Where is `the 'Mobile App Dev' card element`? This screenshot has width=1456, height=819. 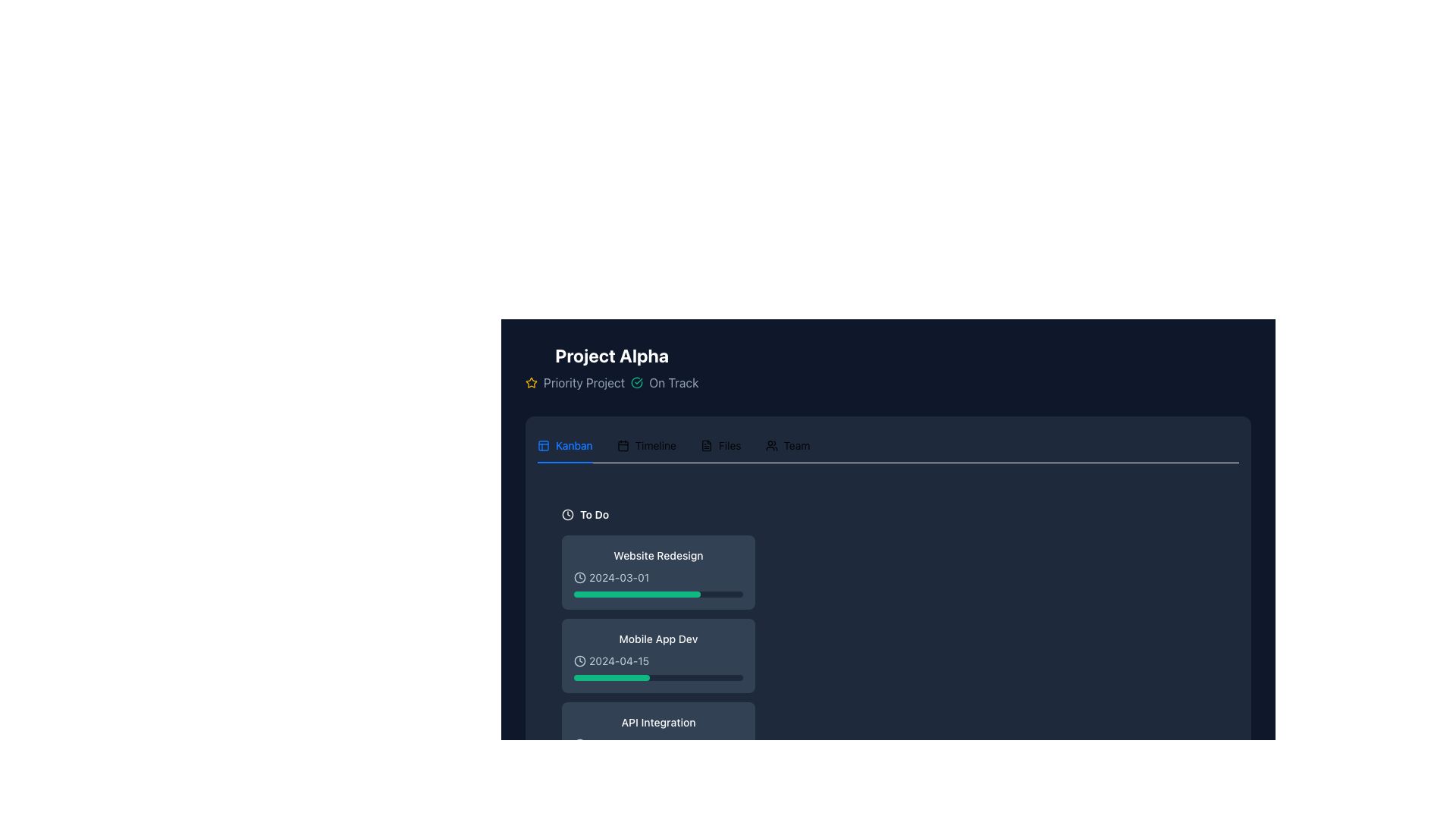 the 'Mobile App Dev' card element is located at coordinates (658, 654).